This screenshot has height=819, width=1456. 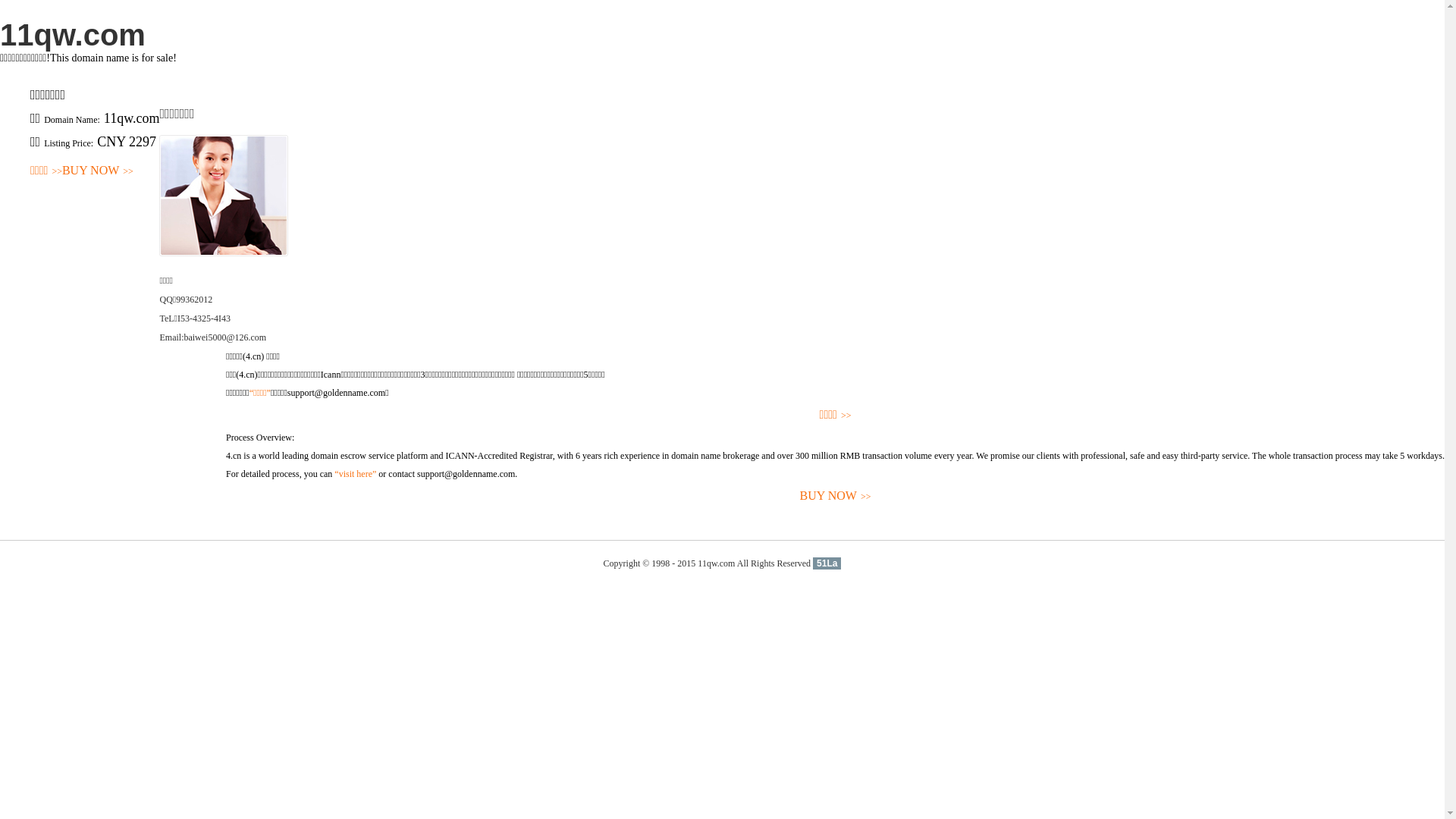 What do you see at coordinates (826, 563) in the screenshot?
I see `'51La'` at bounding box center [826, 563].